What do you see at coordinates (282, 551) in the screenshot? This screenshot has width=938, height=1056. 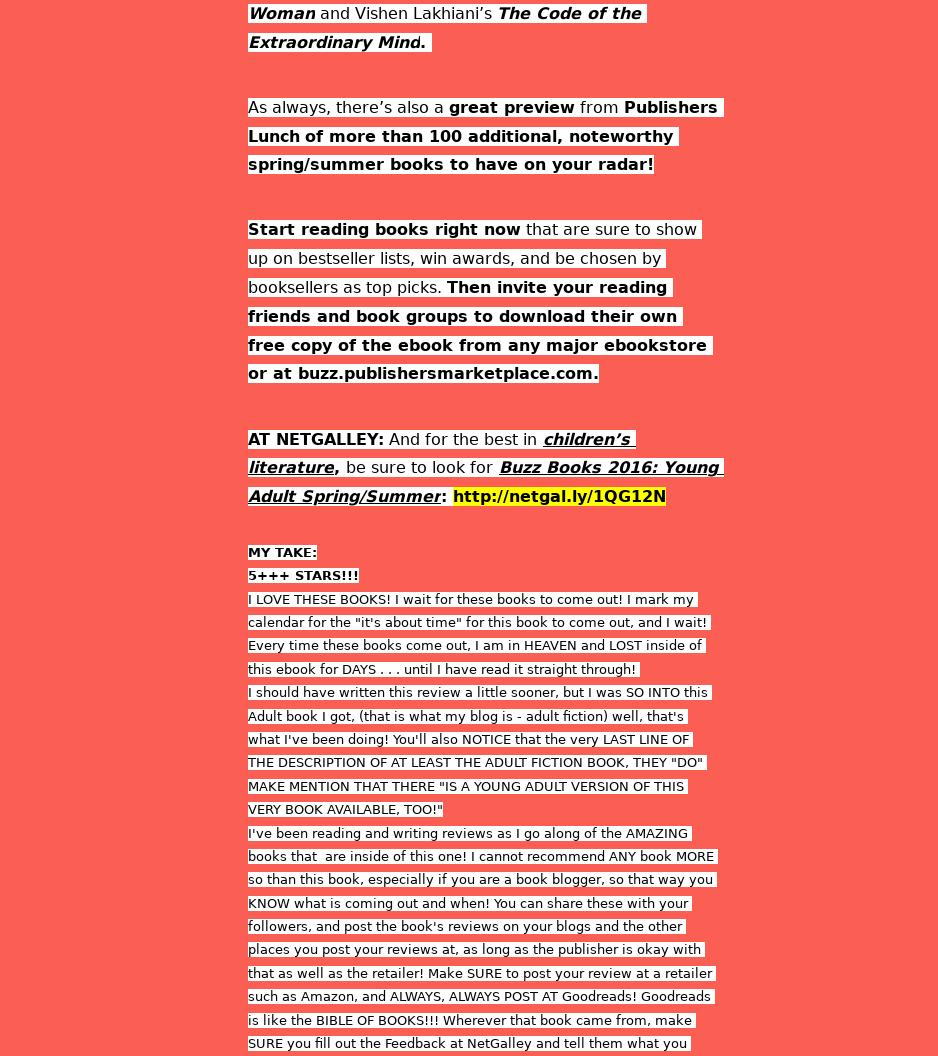 I see `'MY TAKE:'` at bounding box center [282, 551].